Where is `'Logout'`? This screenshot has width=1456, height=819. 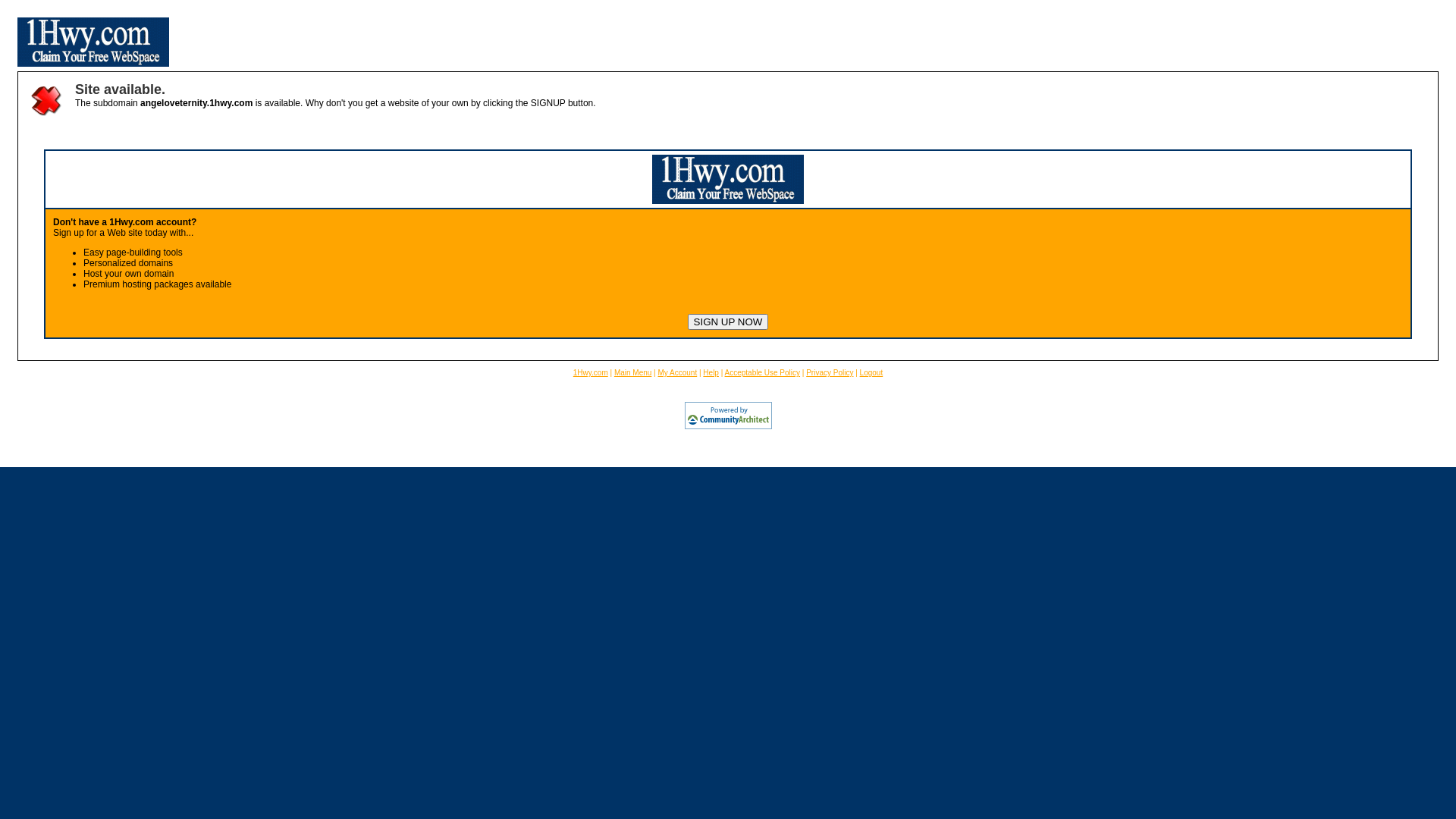 'Logout' is located at coordinates (871, 372).